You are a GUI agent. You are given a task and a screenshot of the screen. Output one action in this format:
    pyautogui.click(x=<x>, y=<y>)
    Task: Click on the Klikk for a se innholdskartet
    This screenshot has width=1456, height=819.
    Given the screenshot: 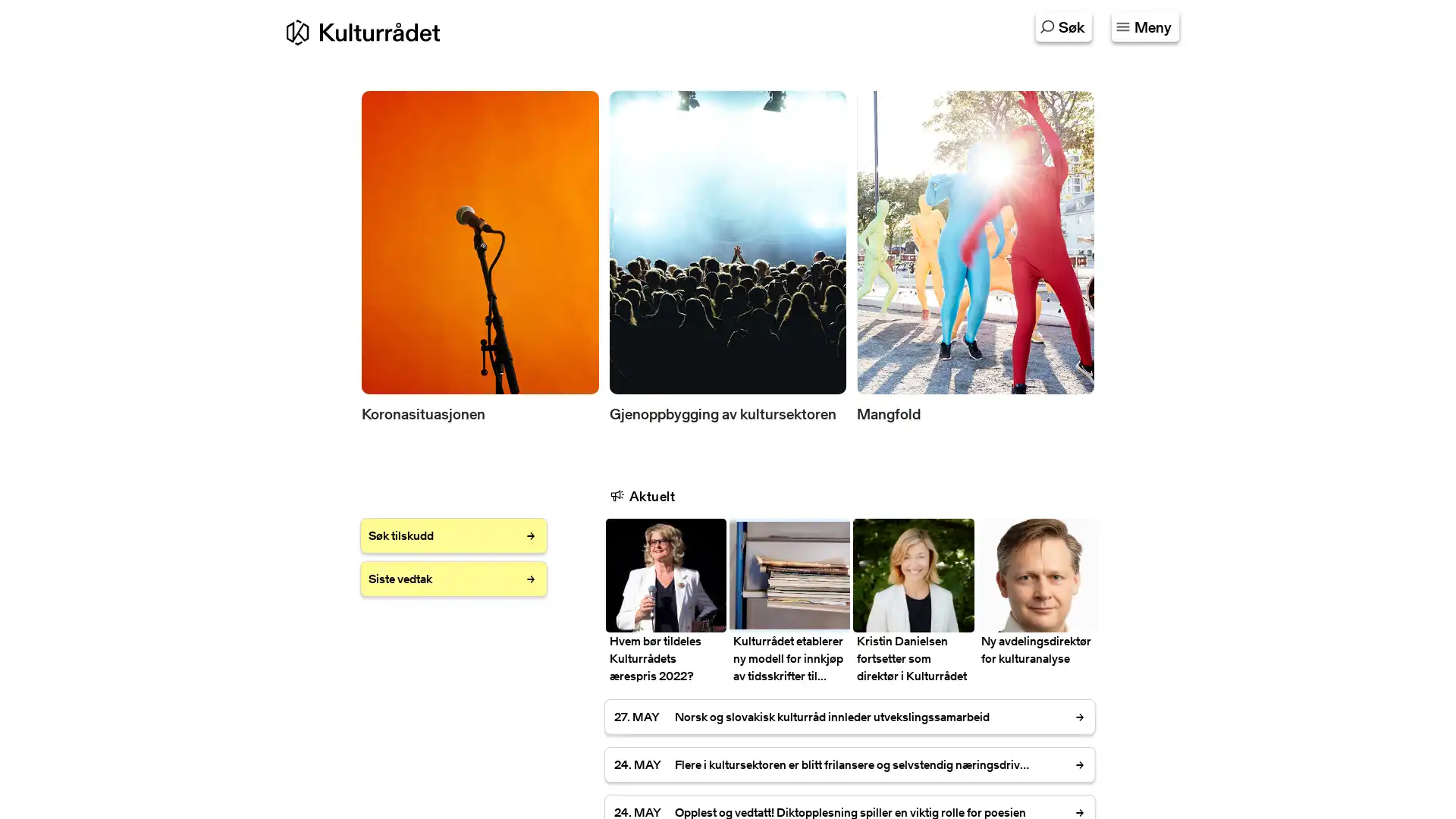 What is the action you would take?
    pyautogui.click(x=1145, y=26)
    